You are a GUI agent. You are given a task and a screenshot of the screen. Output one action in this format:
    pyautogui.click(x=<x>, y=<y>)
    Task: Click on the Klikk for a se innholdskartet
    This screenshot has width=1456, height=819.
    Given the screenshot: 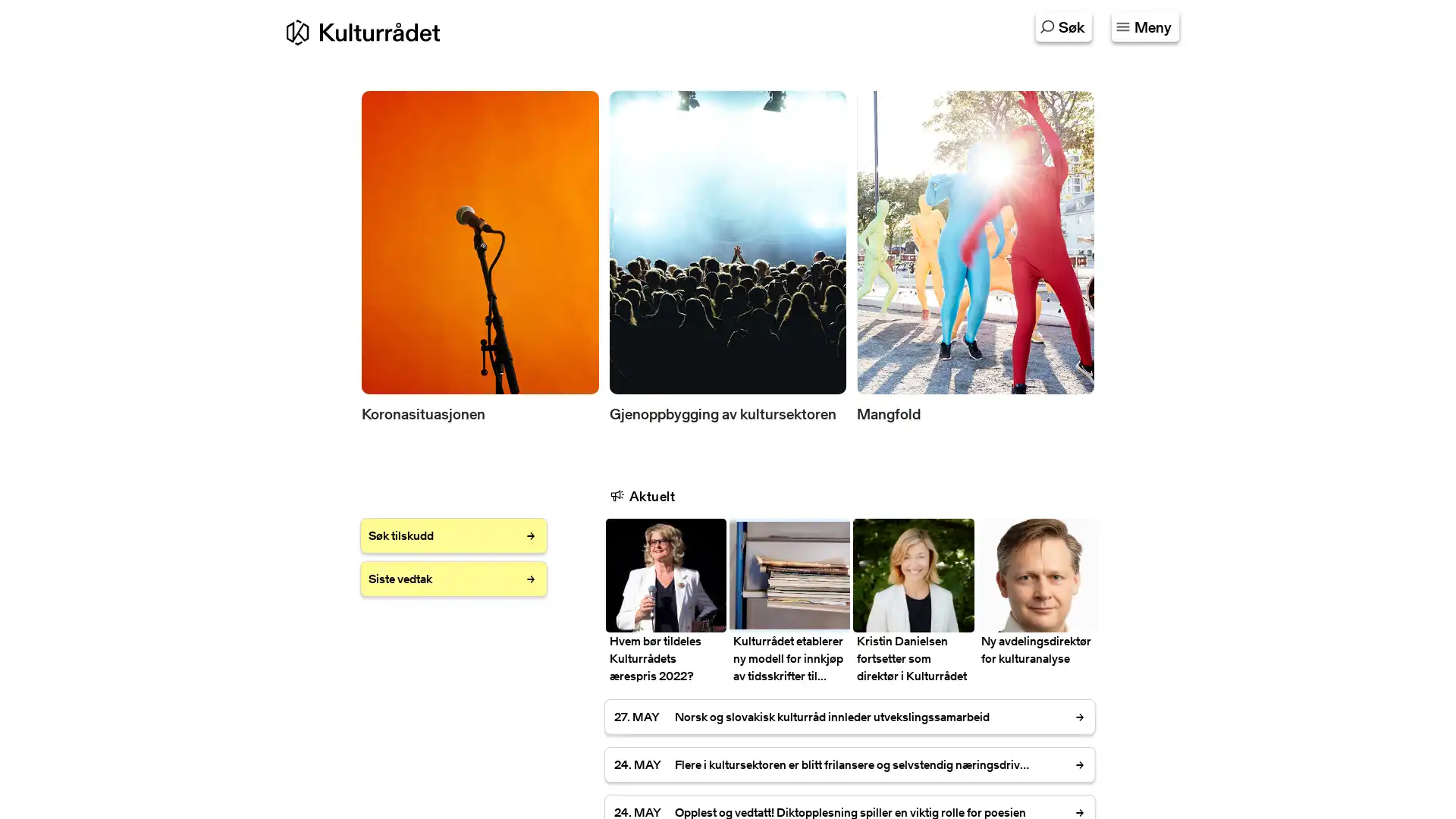 What is the action you would take?
    pyautogui.click(x=1145, y=26)
    